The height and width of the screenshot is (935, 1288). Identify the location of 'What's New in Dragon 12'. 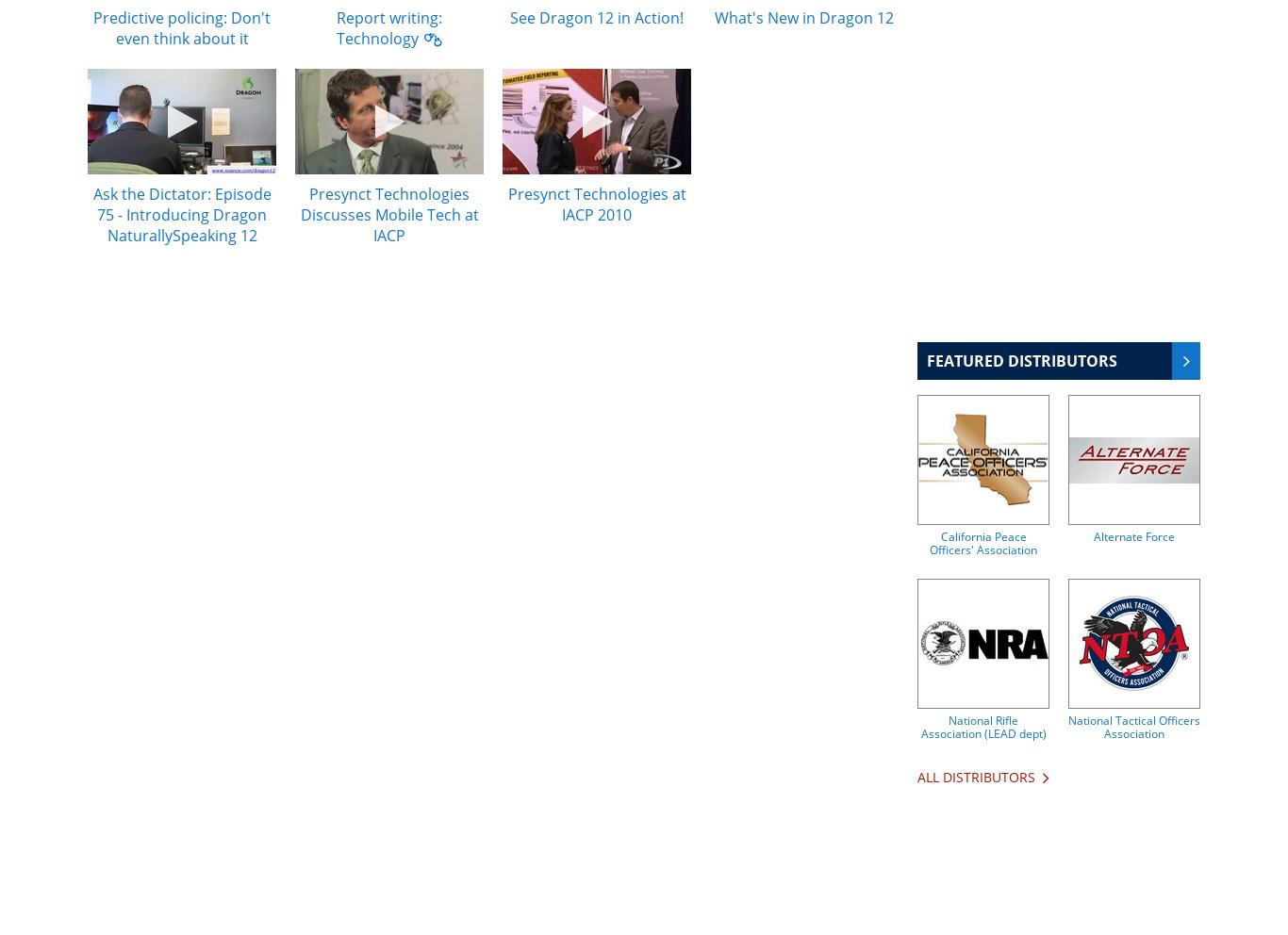
(803, 17).